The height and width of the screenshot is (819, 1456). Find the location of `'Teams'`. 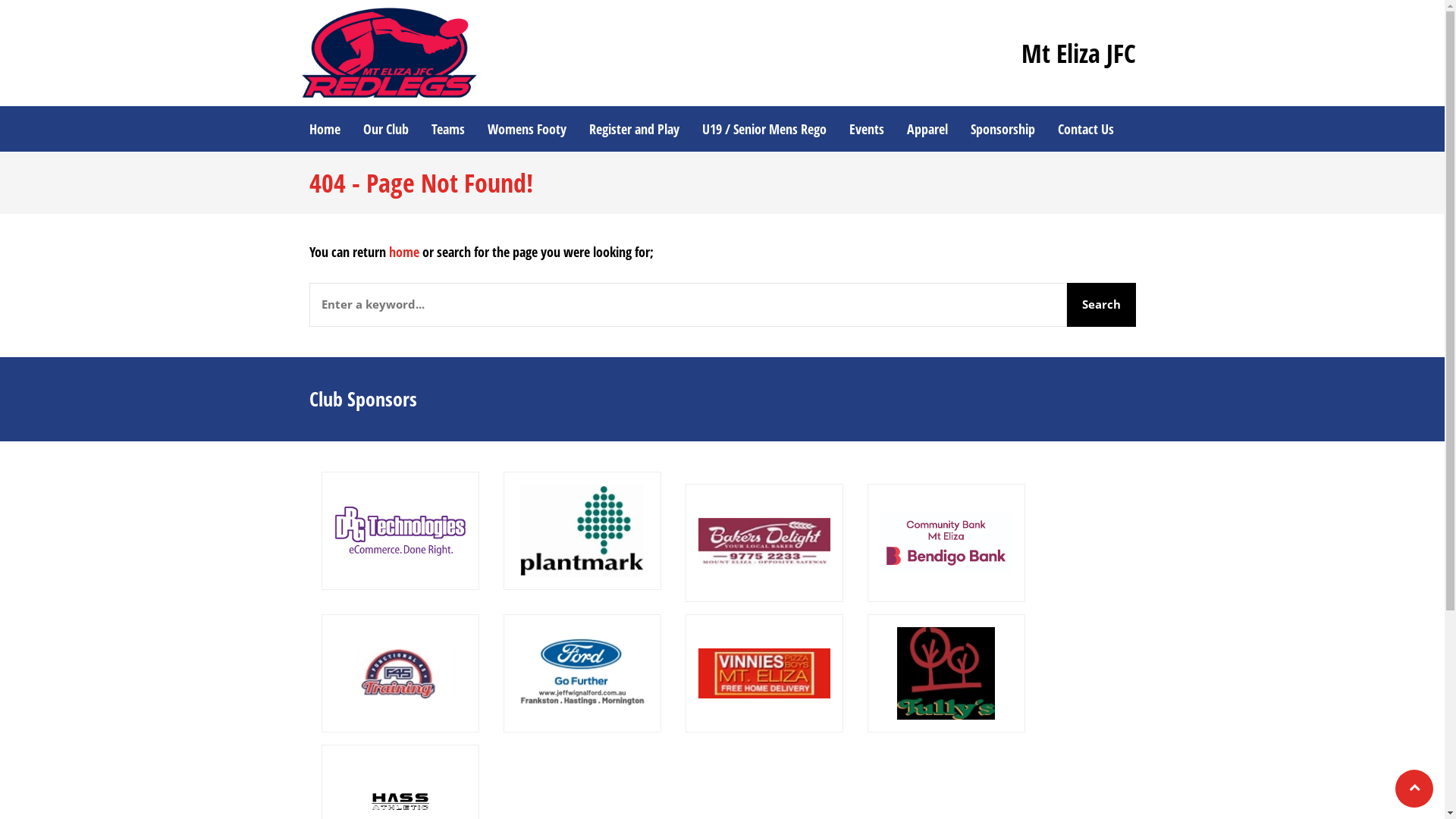

'Teams' is located at coordinates (447, 127).